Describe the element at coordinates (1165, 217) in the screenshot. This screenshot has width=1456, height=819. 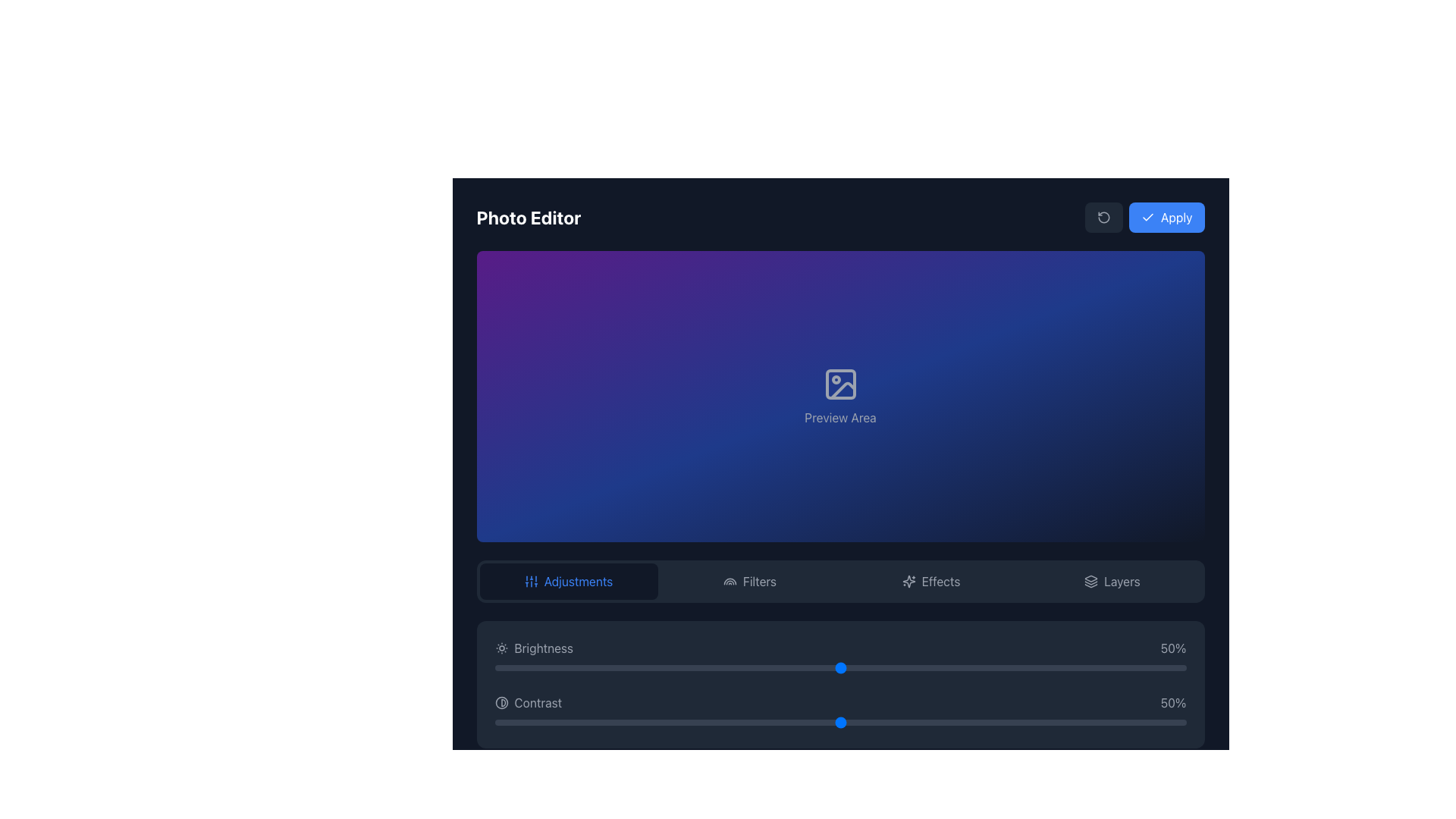
I see `the 'Apply' button located at the top-right of the interface, adjacent to another button` at that location.